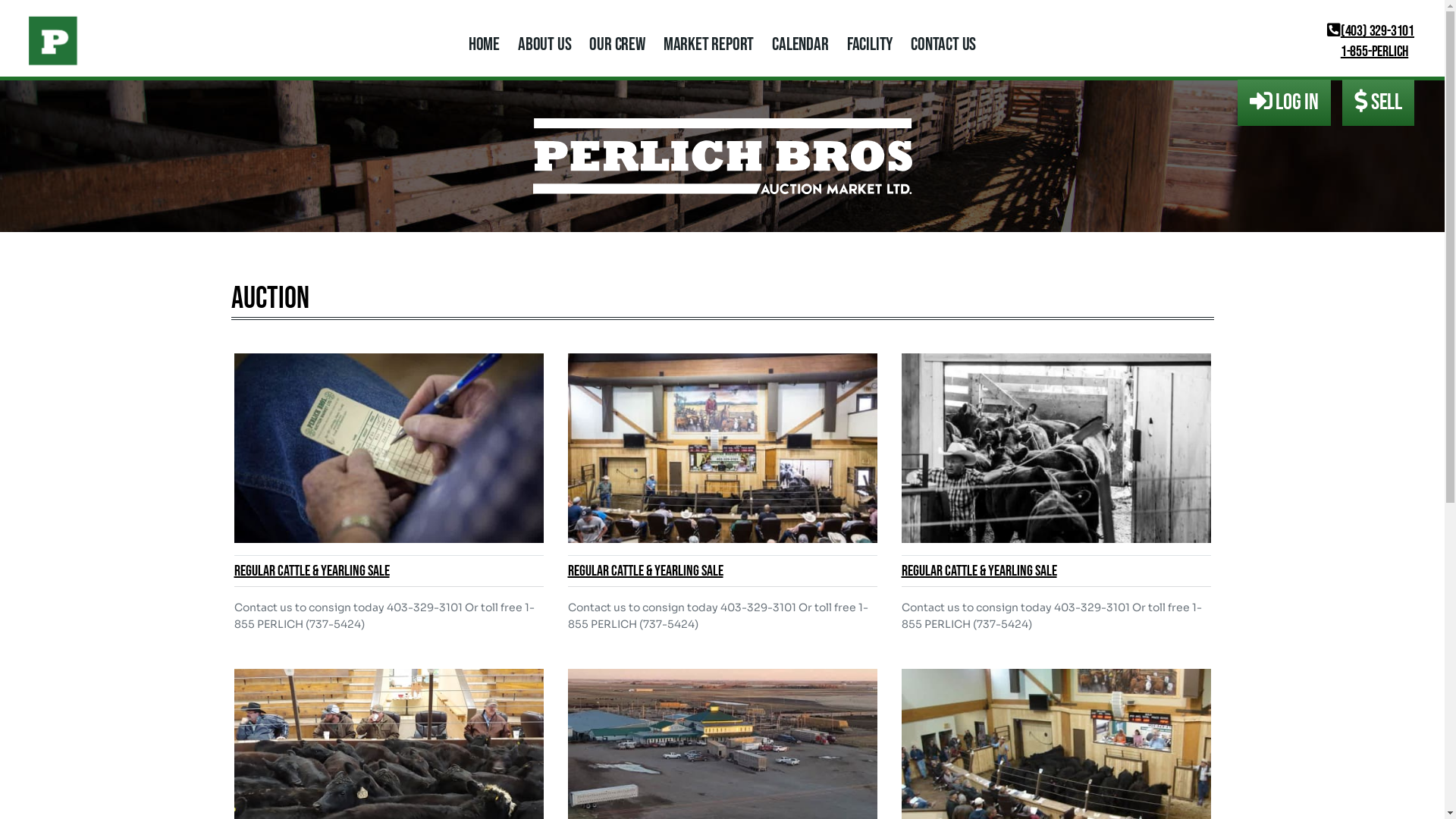 This screenshot has height=819, width=1456. Describe the element at coordinates (1283, 102) in the screenshot. I see `'LOG IN'` at that location.